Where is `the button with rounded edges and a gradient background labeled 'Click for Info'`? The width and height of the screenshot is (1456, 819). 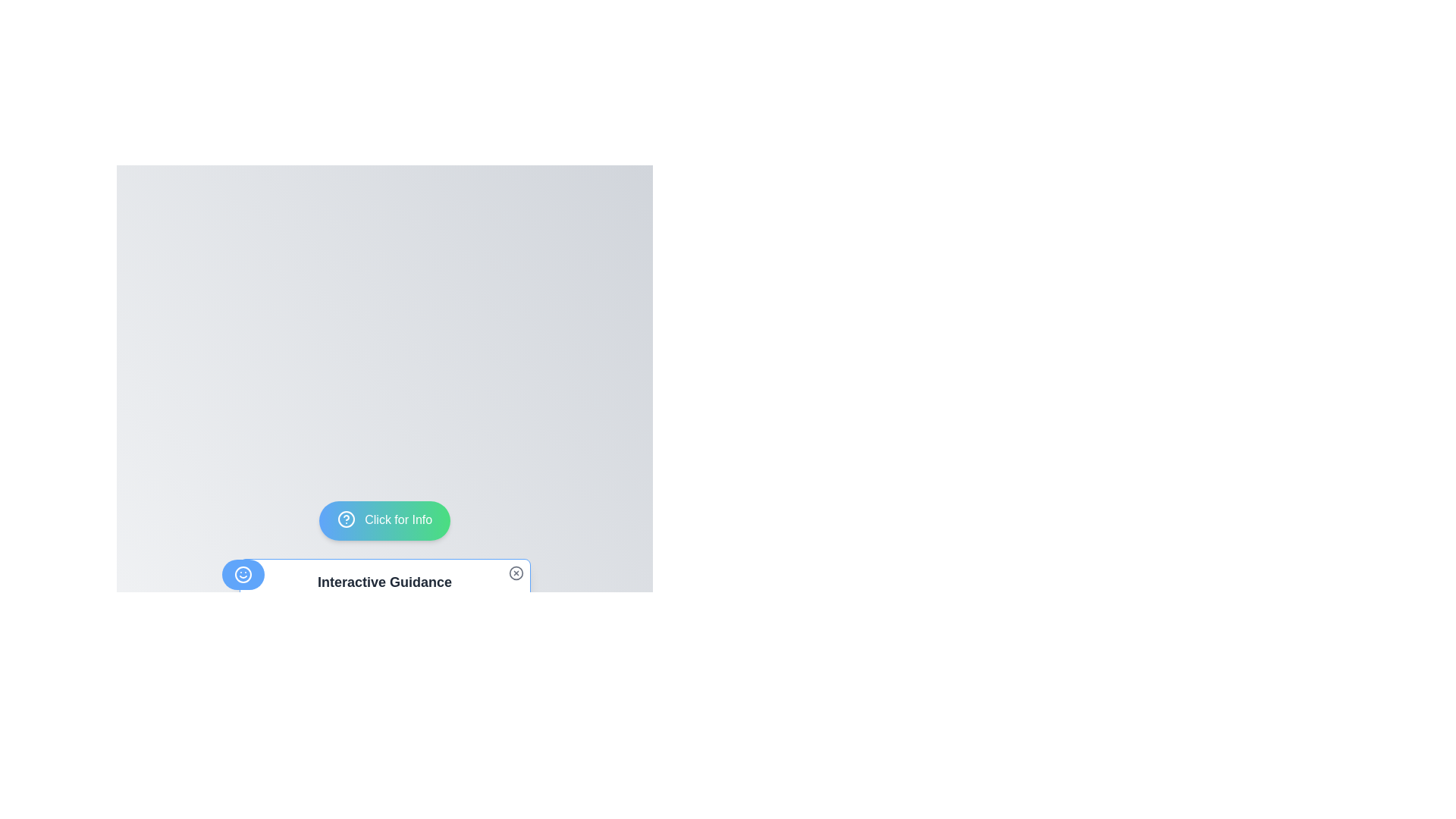
the button with rounded edges and a gradient background labeled 'Click for Info' is located at coordinates (384, 519).